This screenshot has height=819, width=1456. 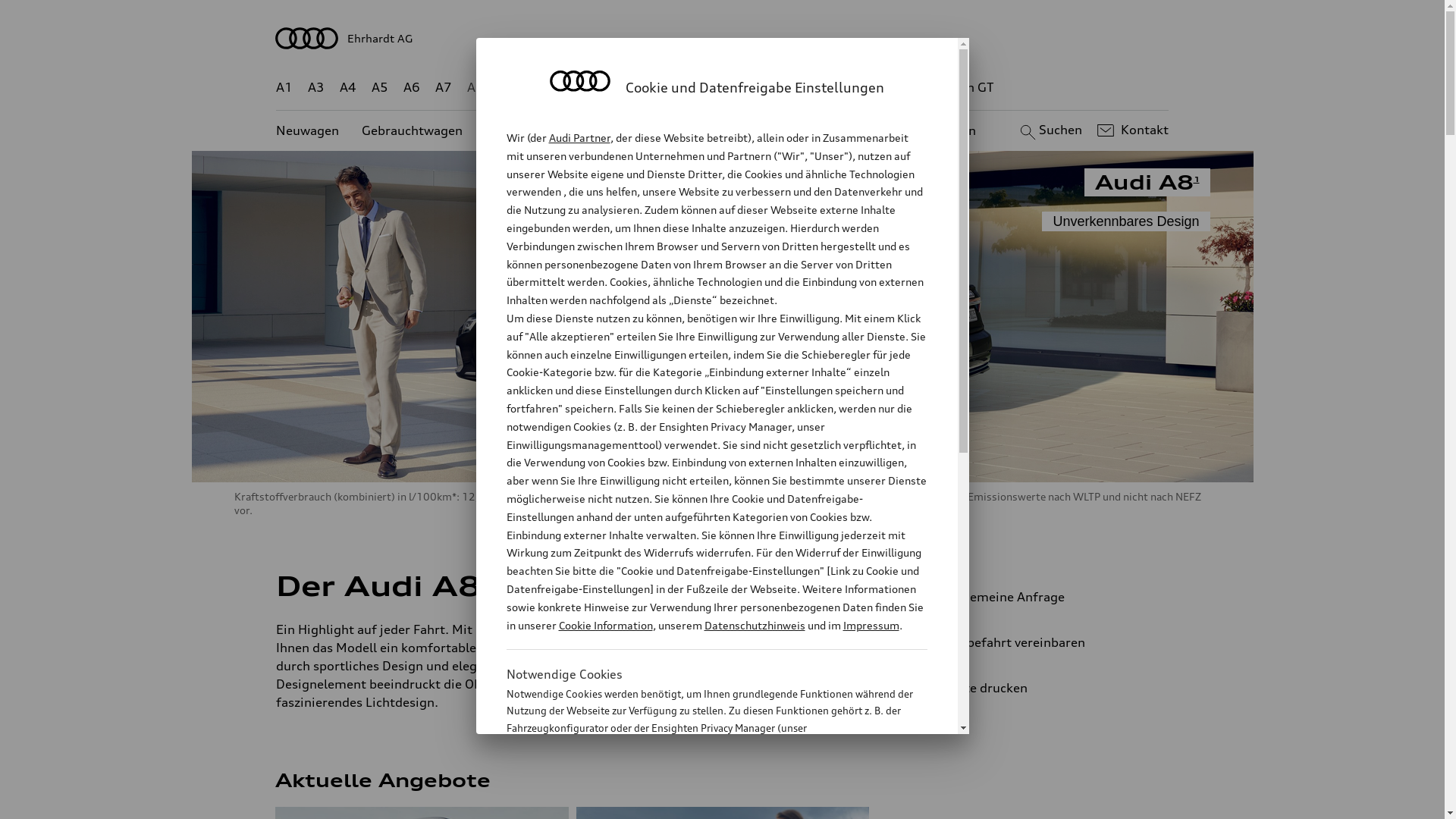 What do you see at coordinates (871, 625) in the screenshot?
I see `'Impressum'` at bounding box center [871, 625].